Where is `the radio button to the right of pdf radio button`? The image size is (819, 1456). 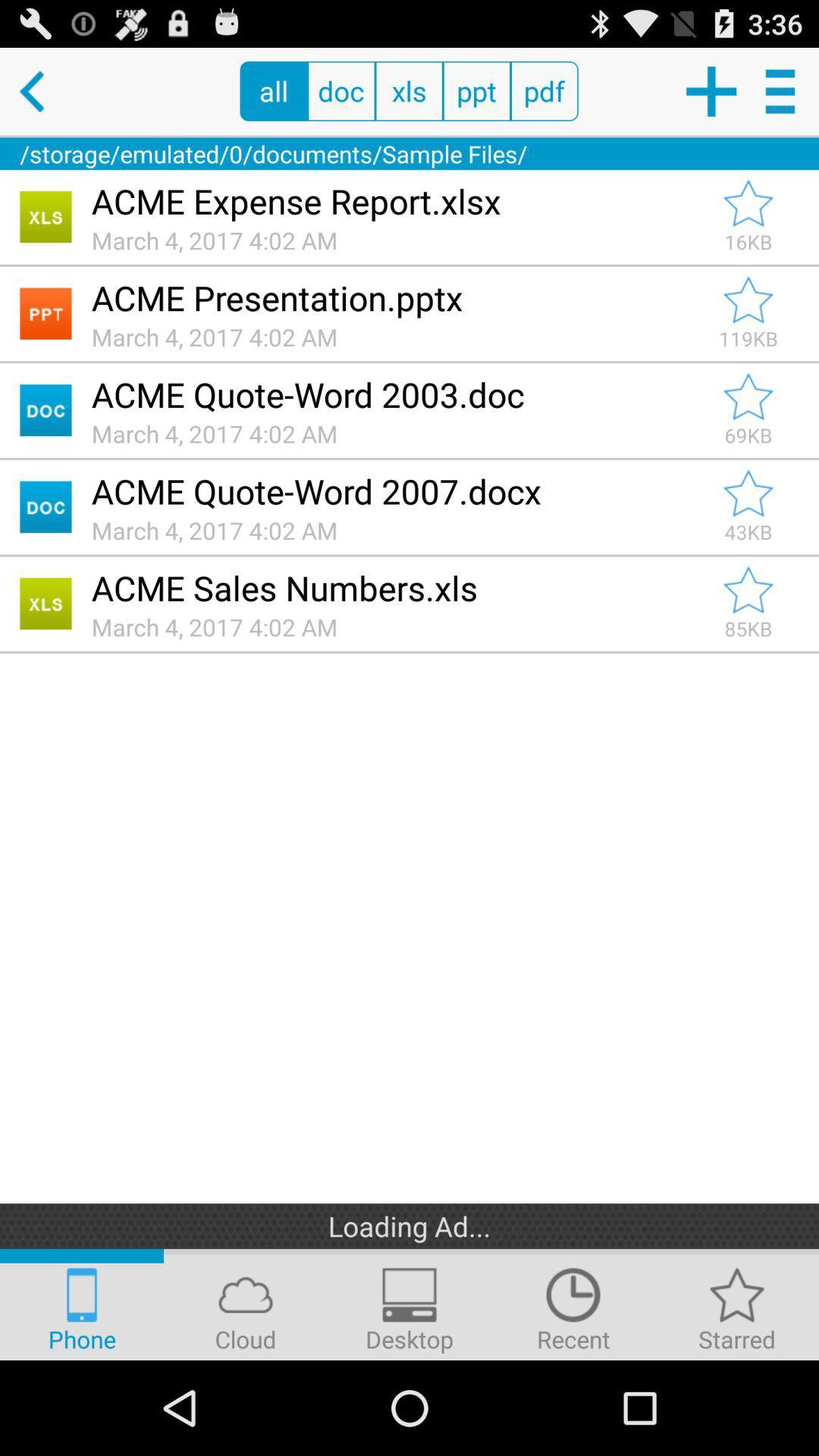
the radio button to the right of pdf radio button is located at coordinates (711, 90).